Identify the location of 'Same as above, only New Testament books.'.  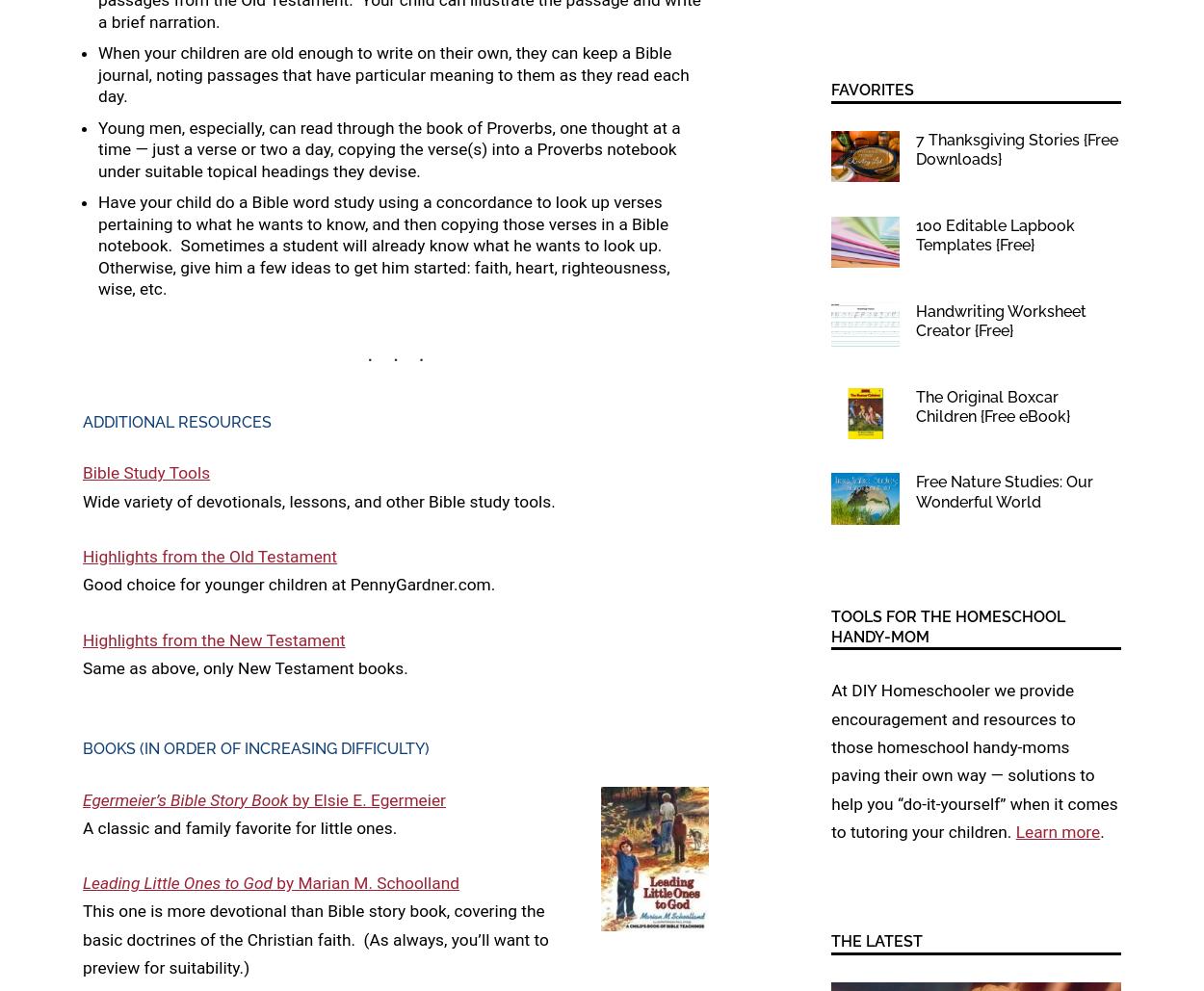
(245, 666).